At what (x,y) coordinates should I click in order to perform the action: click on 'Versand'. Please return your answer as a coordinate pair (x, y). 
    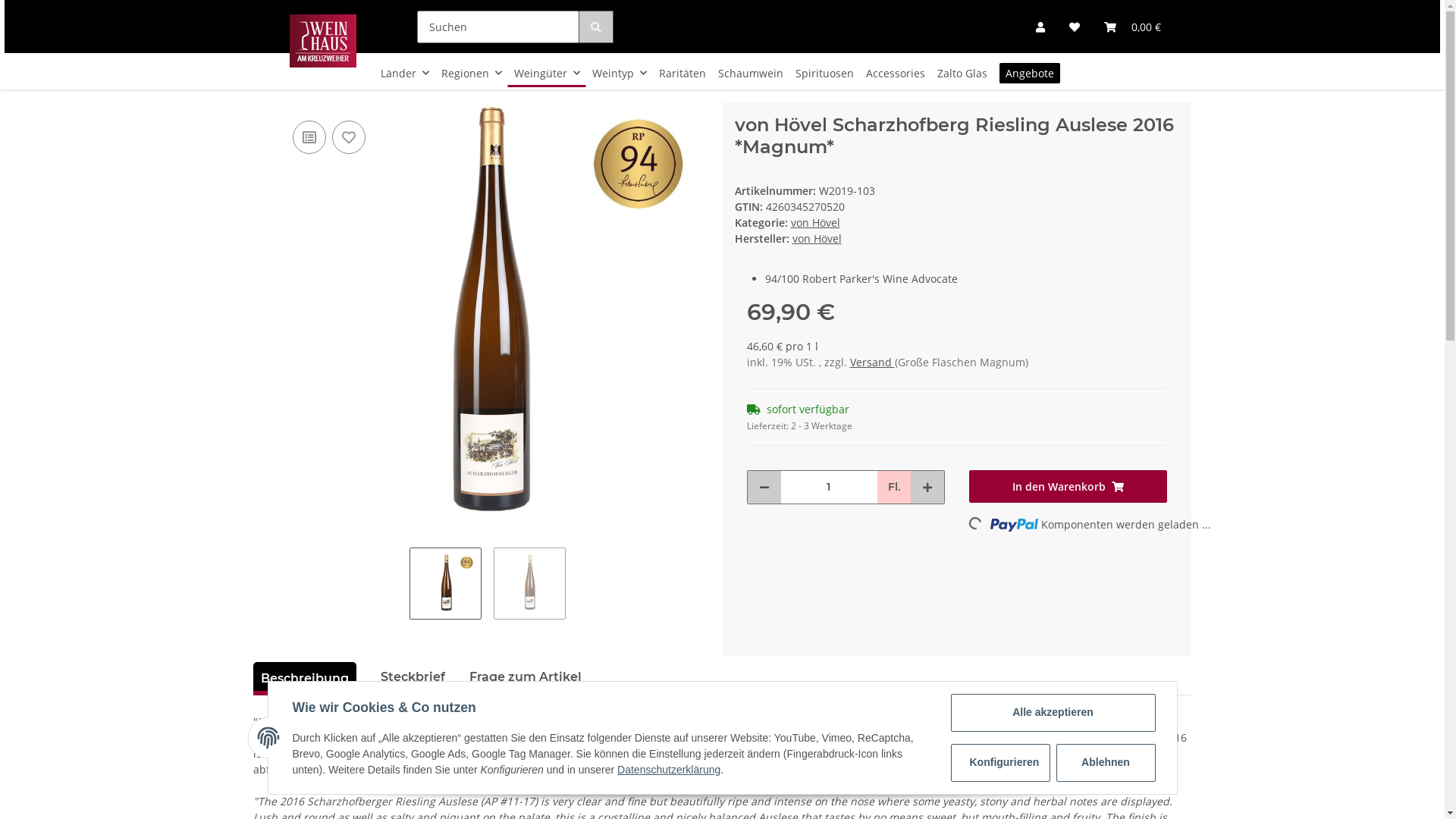
    Looking at the image, I should click on (848, 362).